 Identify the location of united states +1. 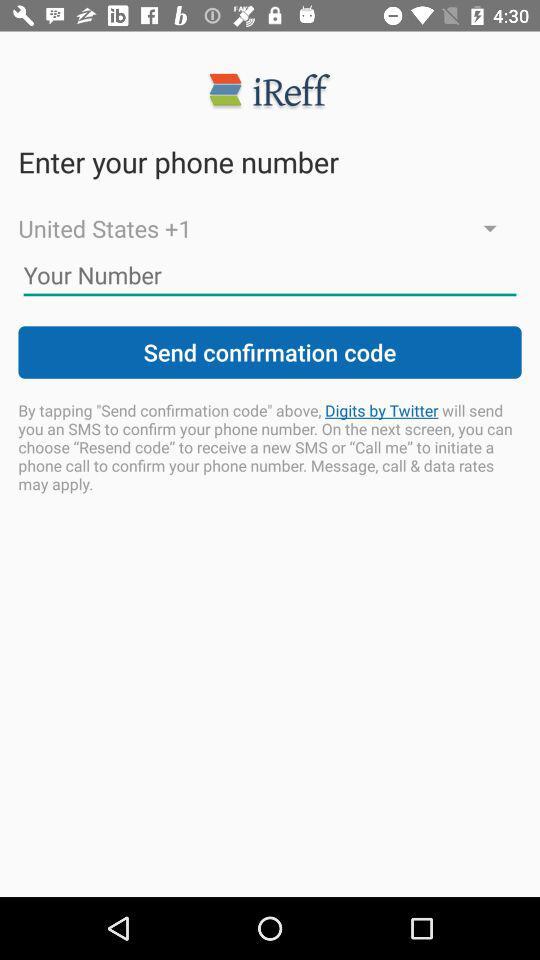
(270, 228).